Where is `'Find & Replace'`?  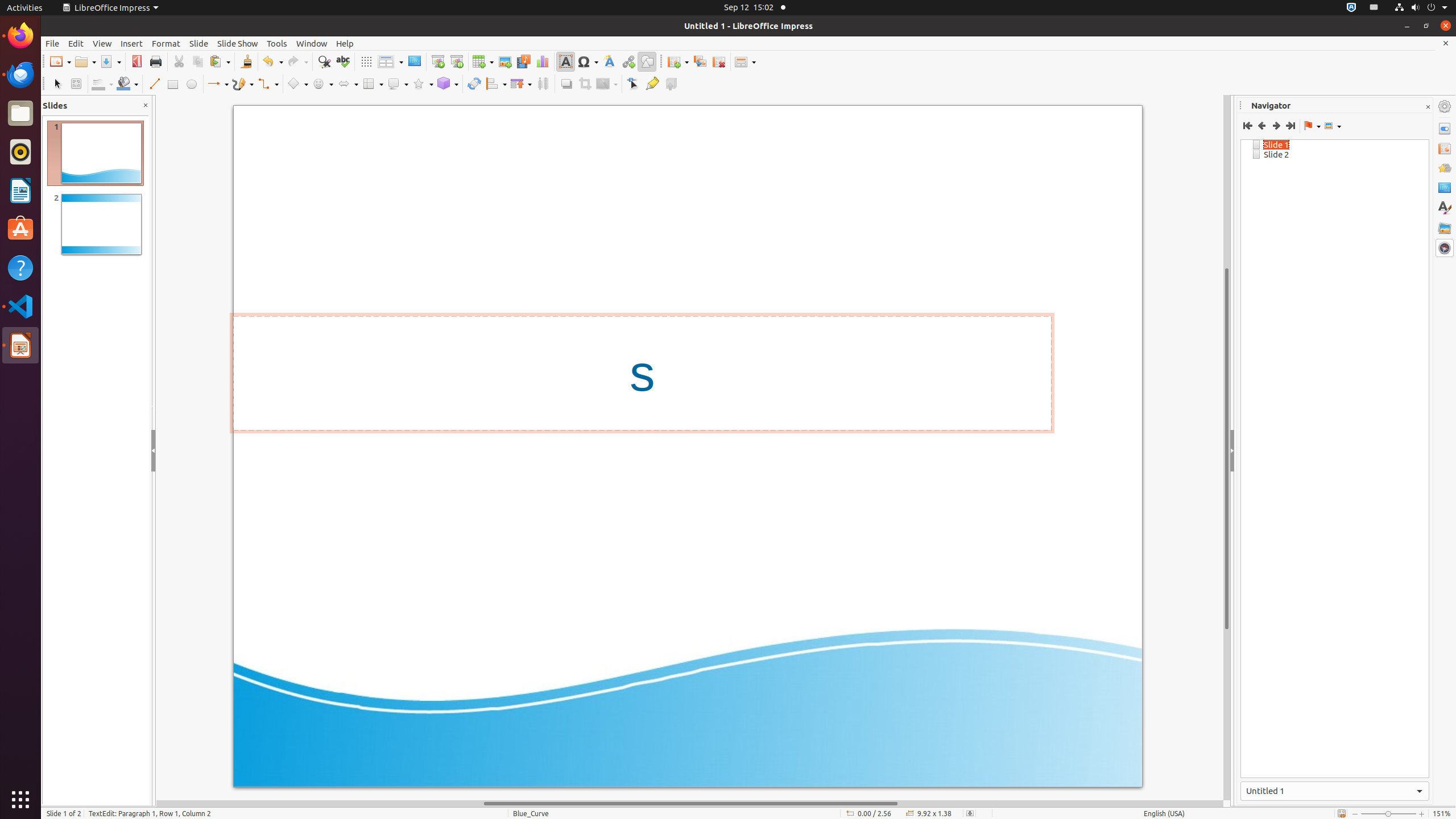 'Find & Replace' is located at coordinates (323, 61).